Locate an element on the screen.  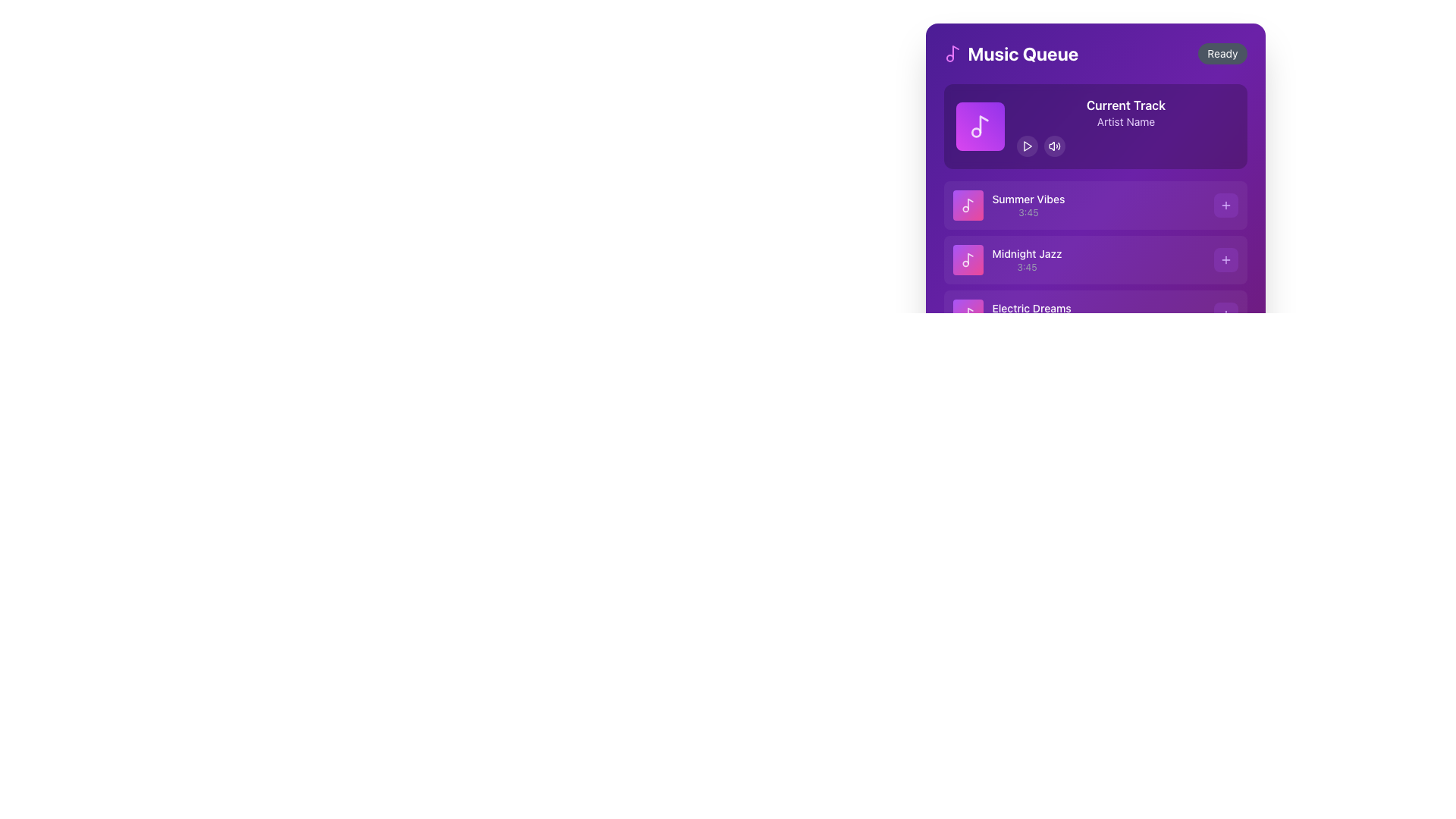
the Icon button located to the left of the text label 'Midnight Jazz 3:45', which visually represents the music track is located at coordinates (967, 259).